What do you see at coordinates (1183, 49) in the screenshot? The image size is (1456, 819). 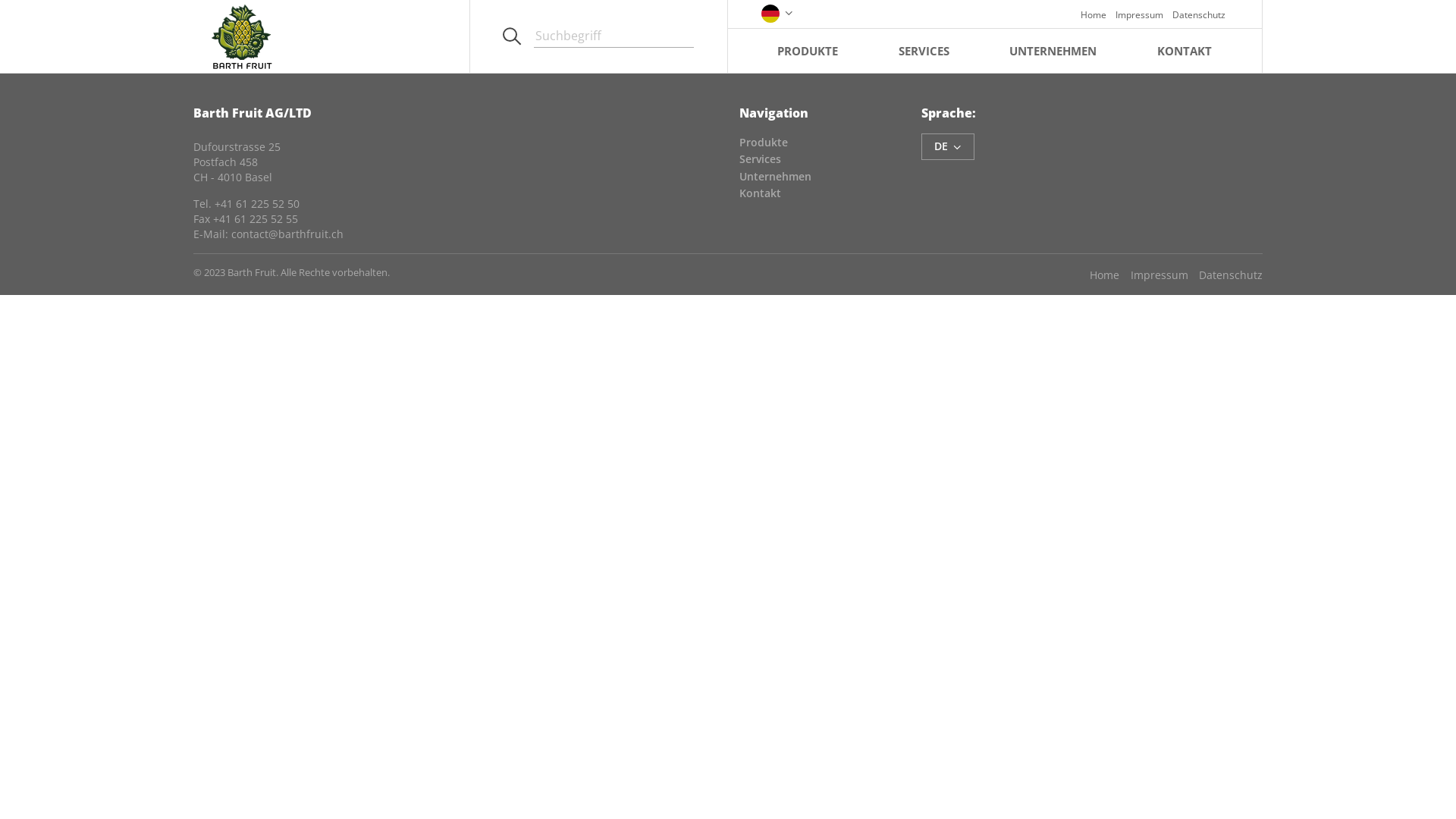 I see `'KONTAKT'` at bounding box center [1183, 49].